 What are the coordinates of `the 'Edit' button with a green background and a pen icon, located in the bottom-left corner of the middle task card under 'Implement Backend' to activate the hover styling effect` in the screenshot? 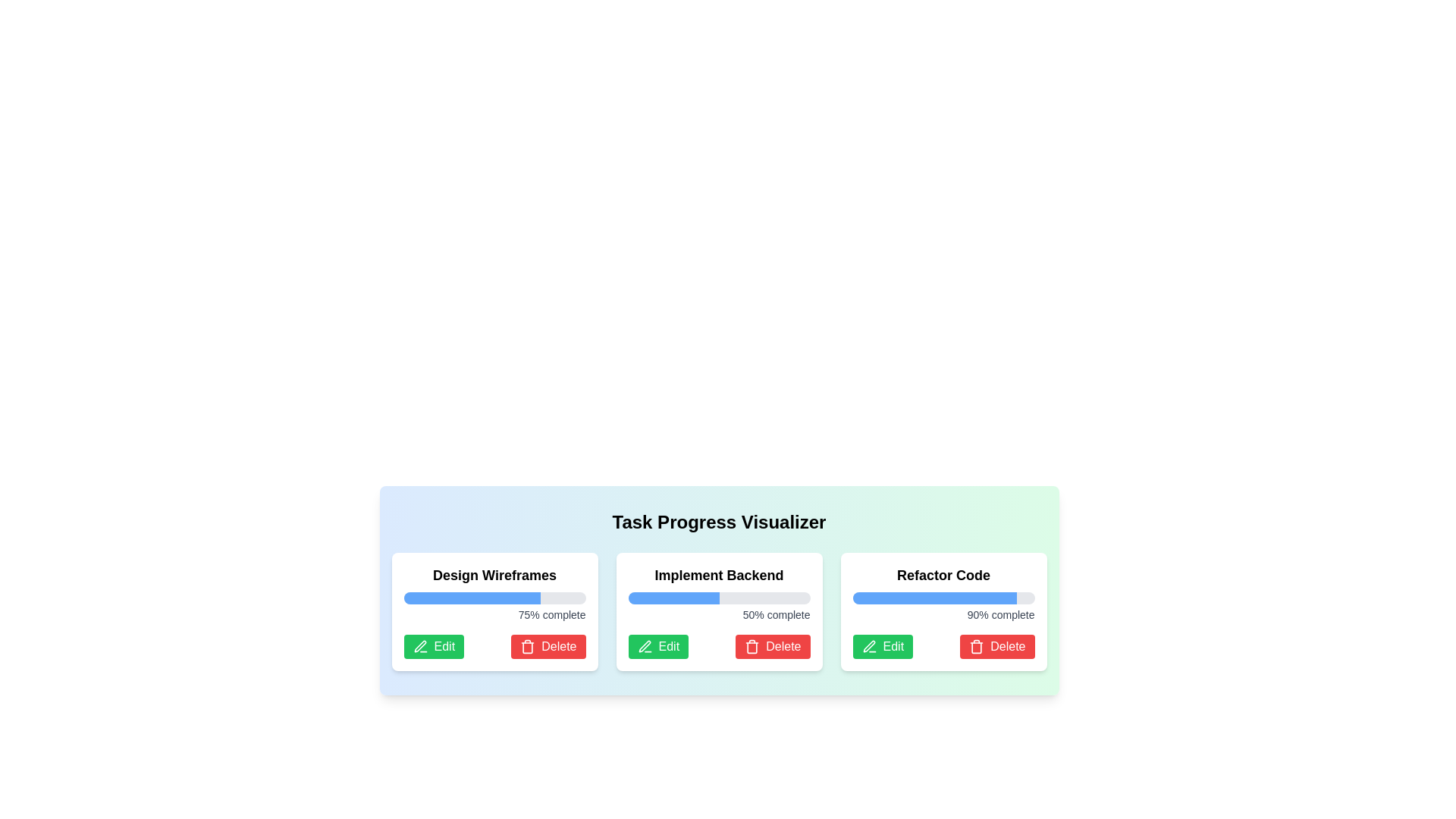 It's located at (658, 646).